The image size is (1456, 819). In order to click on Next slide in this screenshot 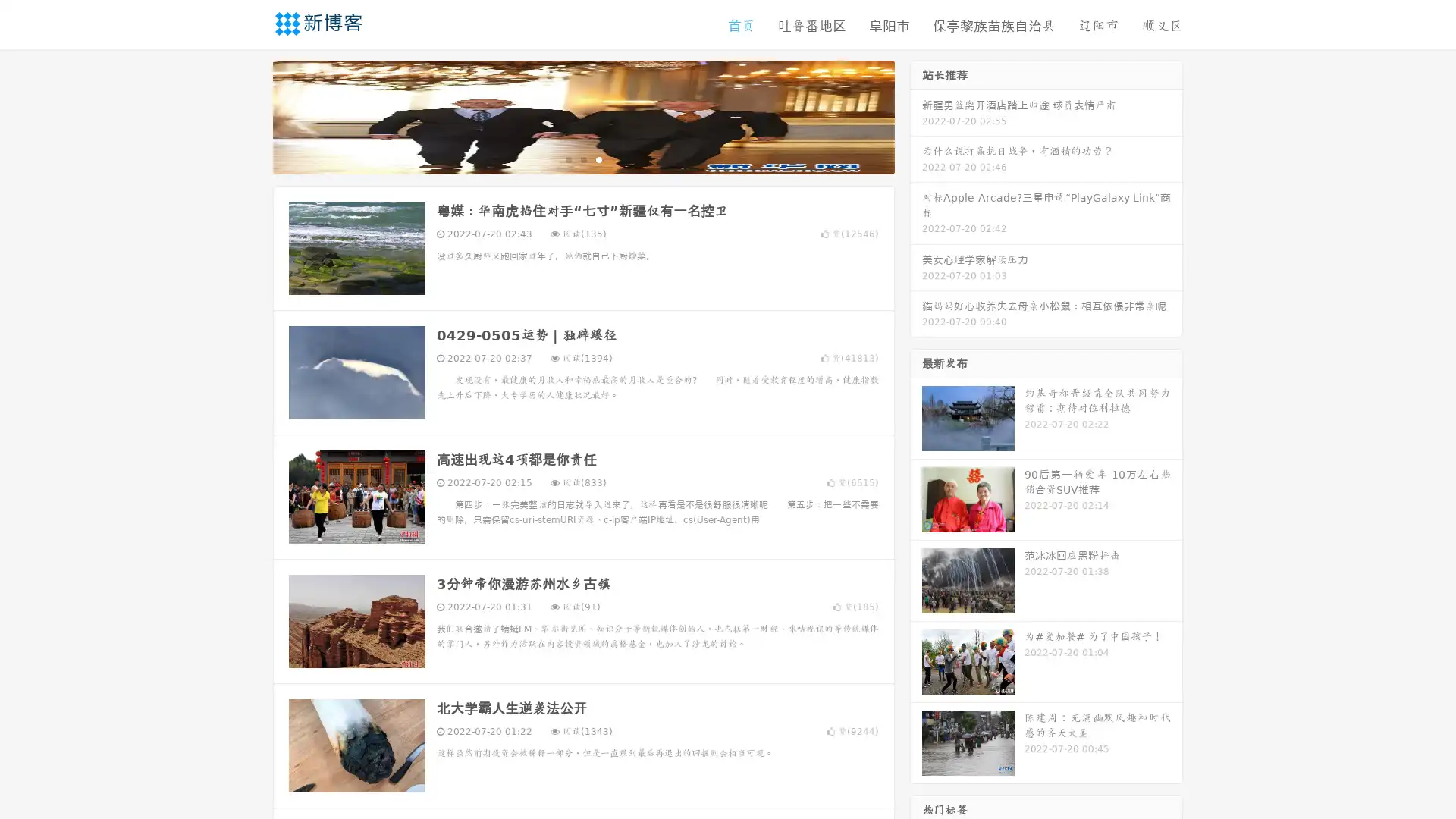, I will do `click(916, 127)`.